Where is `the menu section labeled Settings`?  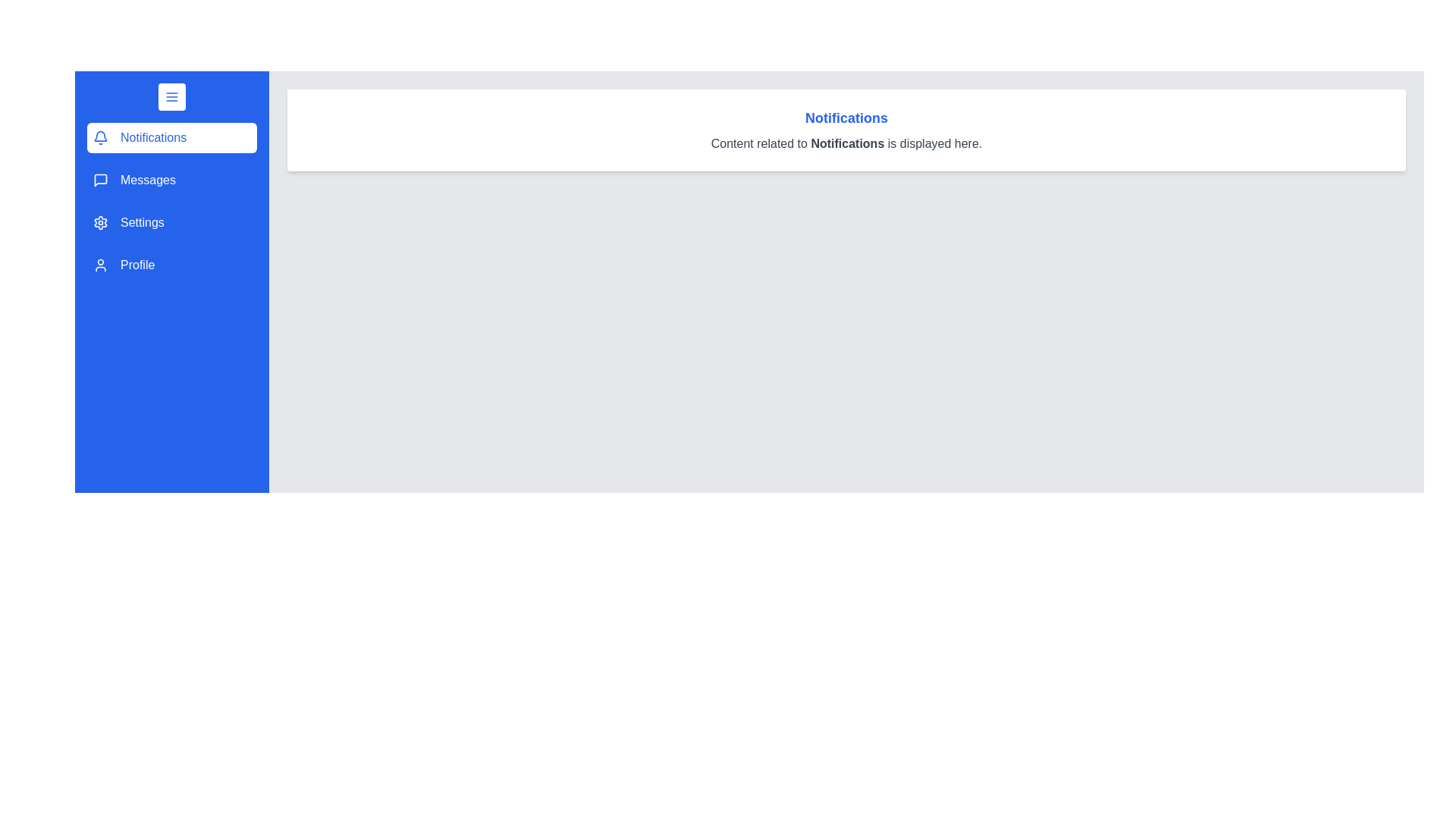 the menu section labeled Settings is located at coordinates (171, 222).